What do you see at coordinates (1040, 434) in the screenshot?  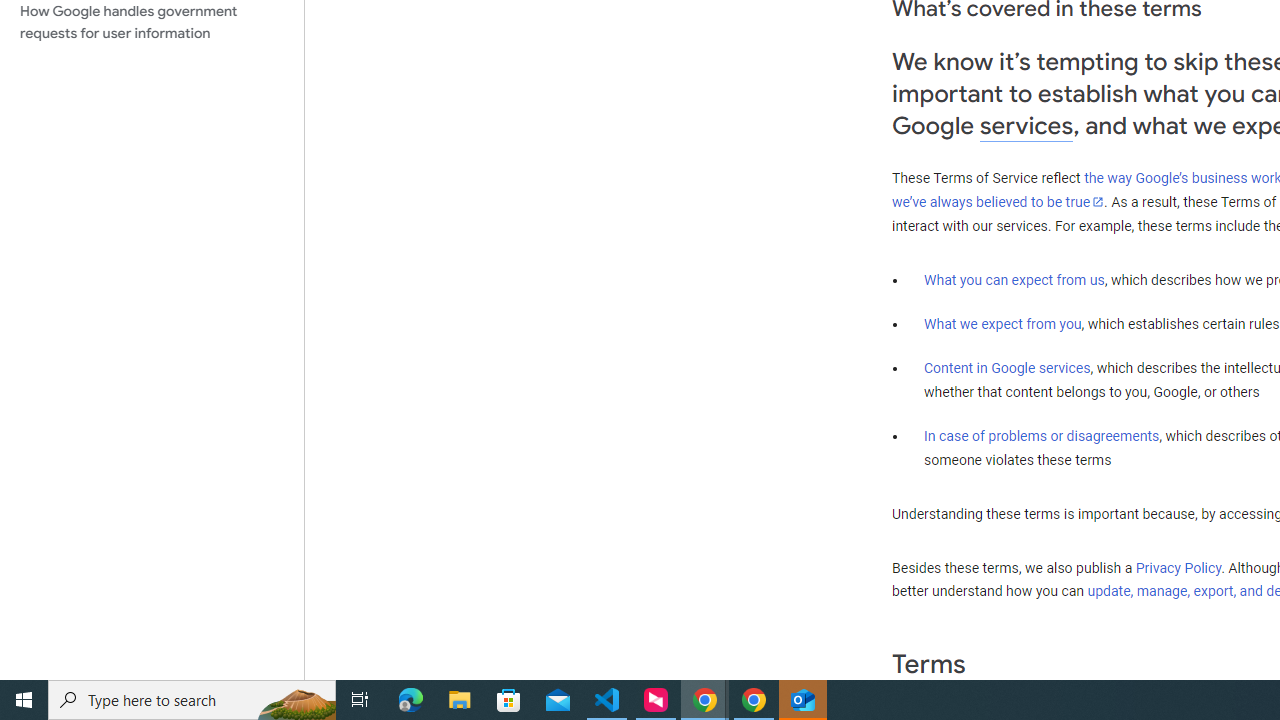 I see `'In case of problems or disagreements'` at bounding box center [1040, 434].